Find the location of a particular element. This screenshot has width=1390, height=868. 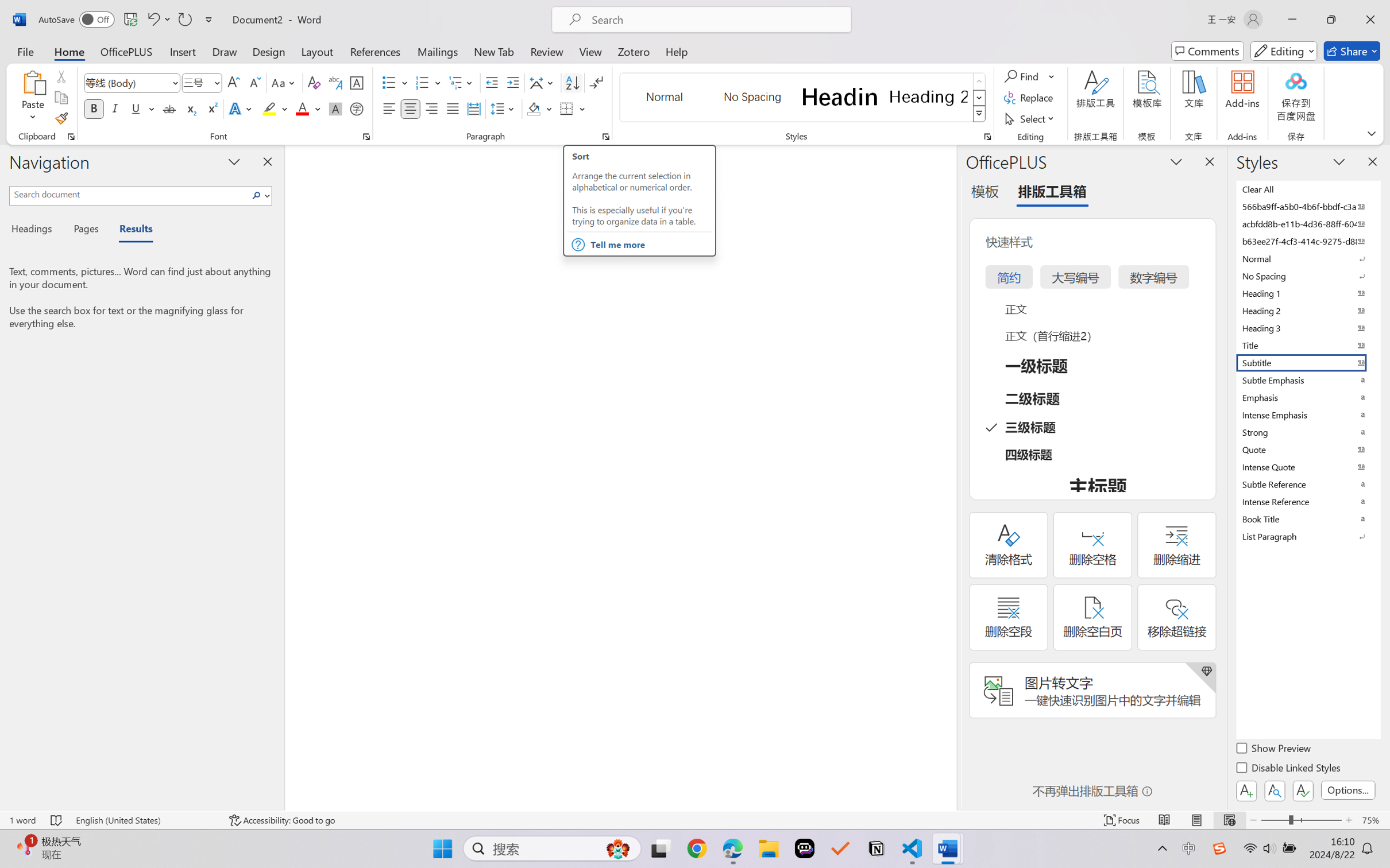

'Ribbon Display Options' is located at coordinates (1371, 133).